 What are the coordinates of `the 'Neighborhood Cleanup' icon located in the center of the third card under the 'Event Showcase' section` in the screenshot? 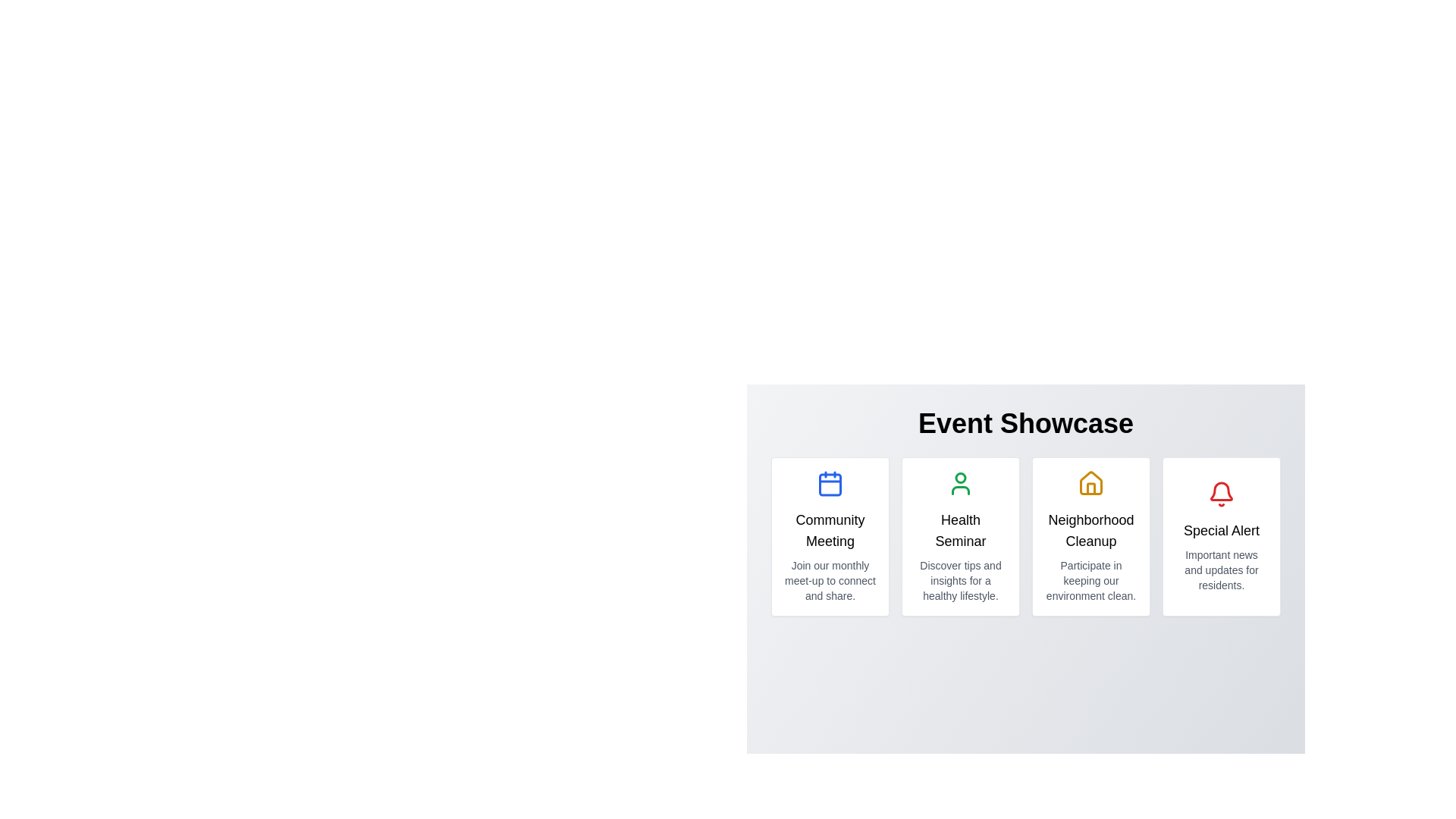 It's located at (1090, 482).